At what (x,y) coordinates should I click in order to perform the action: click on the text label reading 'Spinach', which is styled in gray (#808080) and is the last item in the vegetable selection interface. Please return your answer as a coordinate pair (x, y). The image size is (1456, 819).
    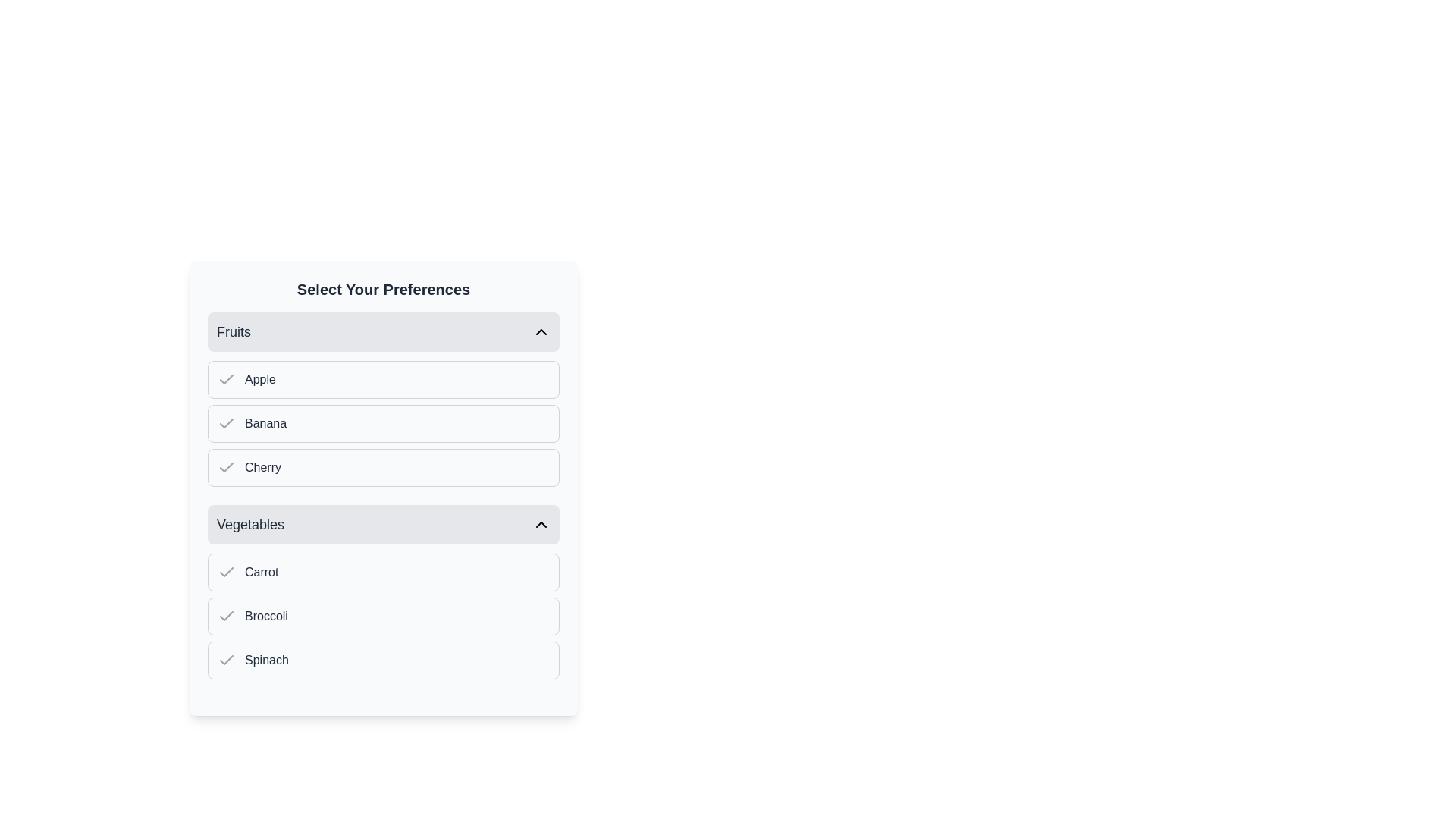
    Looking at the image, I should click on (266, 660).